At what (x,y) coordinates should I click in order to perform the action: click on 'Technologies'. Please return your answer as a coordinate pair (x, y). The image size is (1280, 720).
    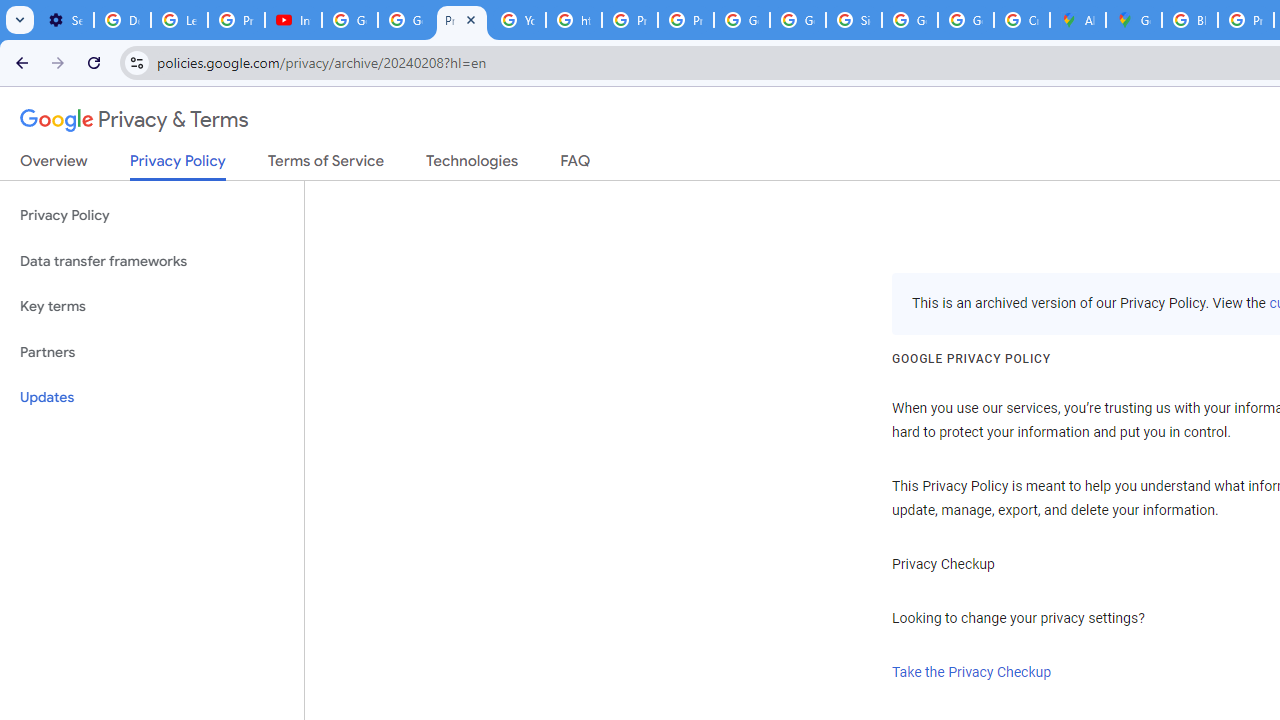
    Looking at the image, I should click on (471, 164).